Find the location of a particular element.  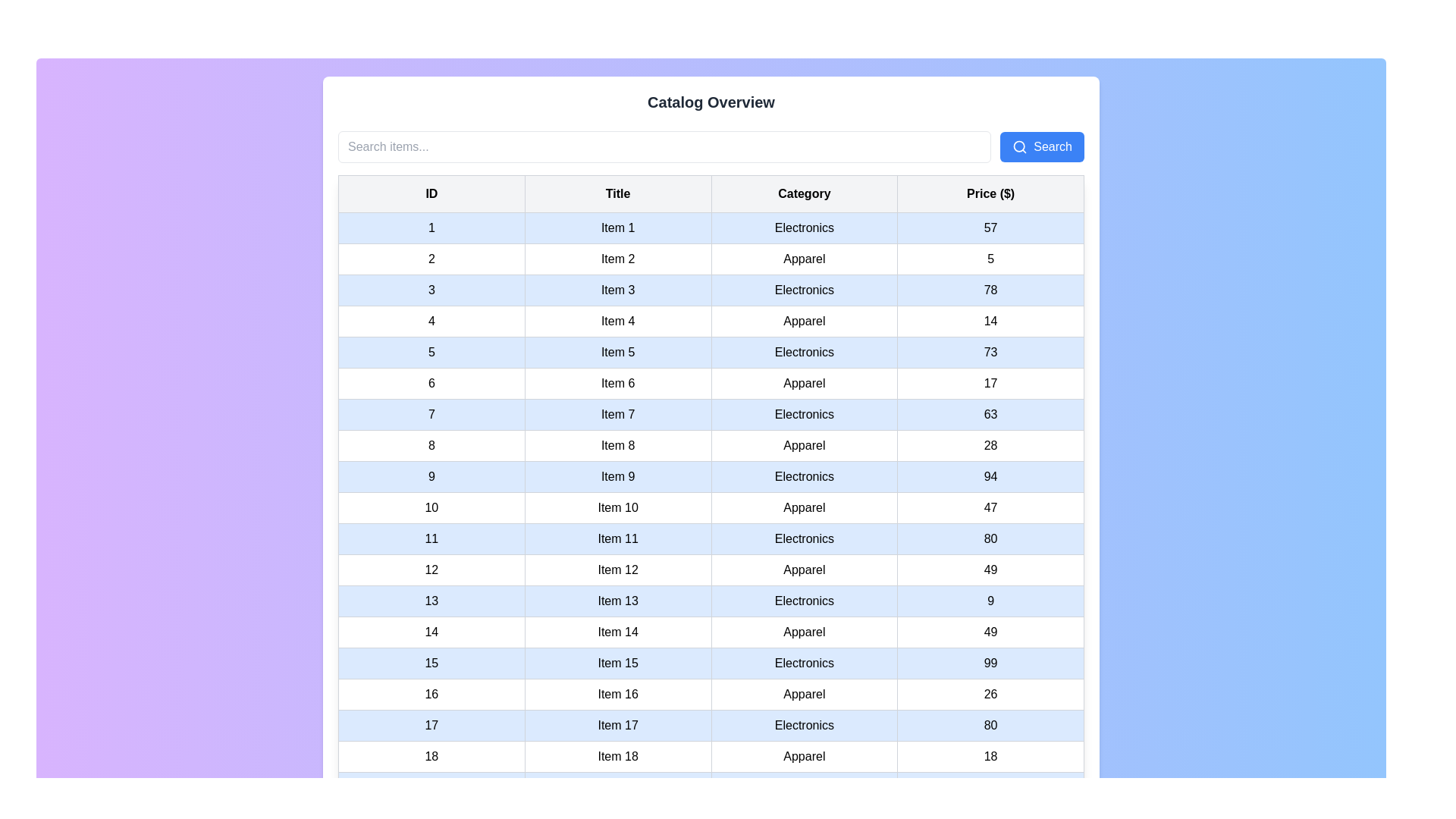

contents of the textual cell labeled 'Item 9' in the data table, which is the second cell in the row with ID '9' within the 'Title' column is located at coordinates (618, 475).